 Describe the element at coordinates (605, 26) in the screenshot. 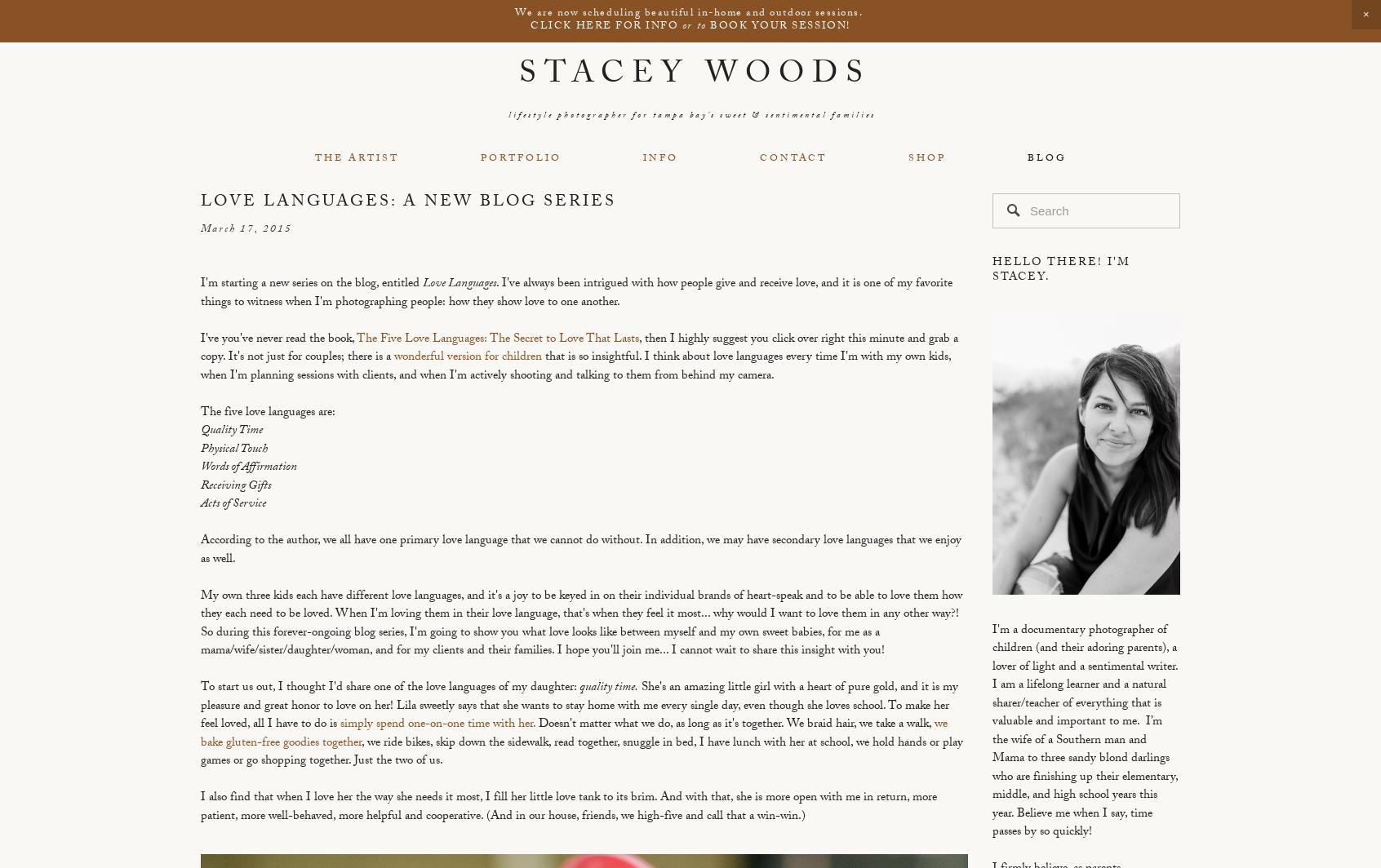

I see `'CLICK HERE FOR INFO'` at that location.